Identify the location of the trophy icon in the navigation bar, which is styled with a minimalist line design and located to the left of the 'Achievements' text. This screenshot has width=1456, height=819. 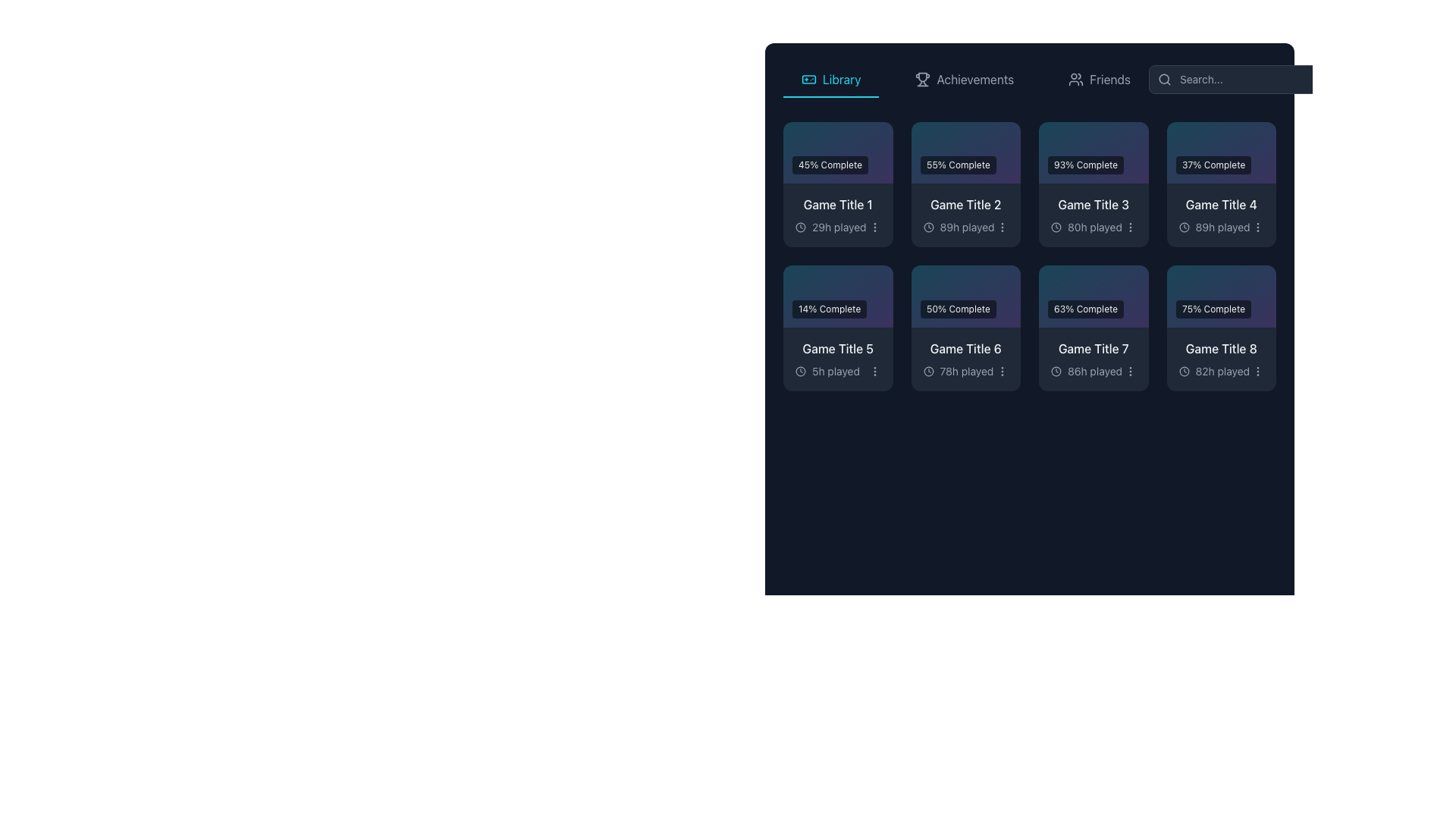
(922, 79).